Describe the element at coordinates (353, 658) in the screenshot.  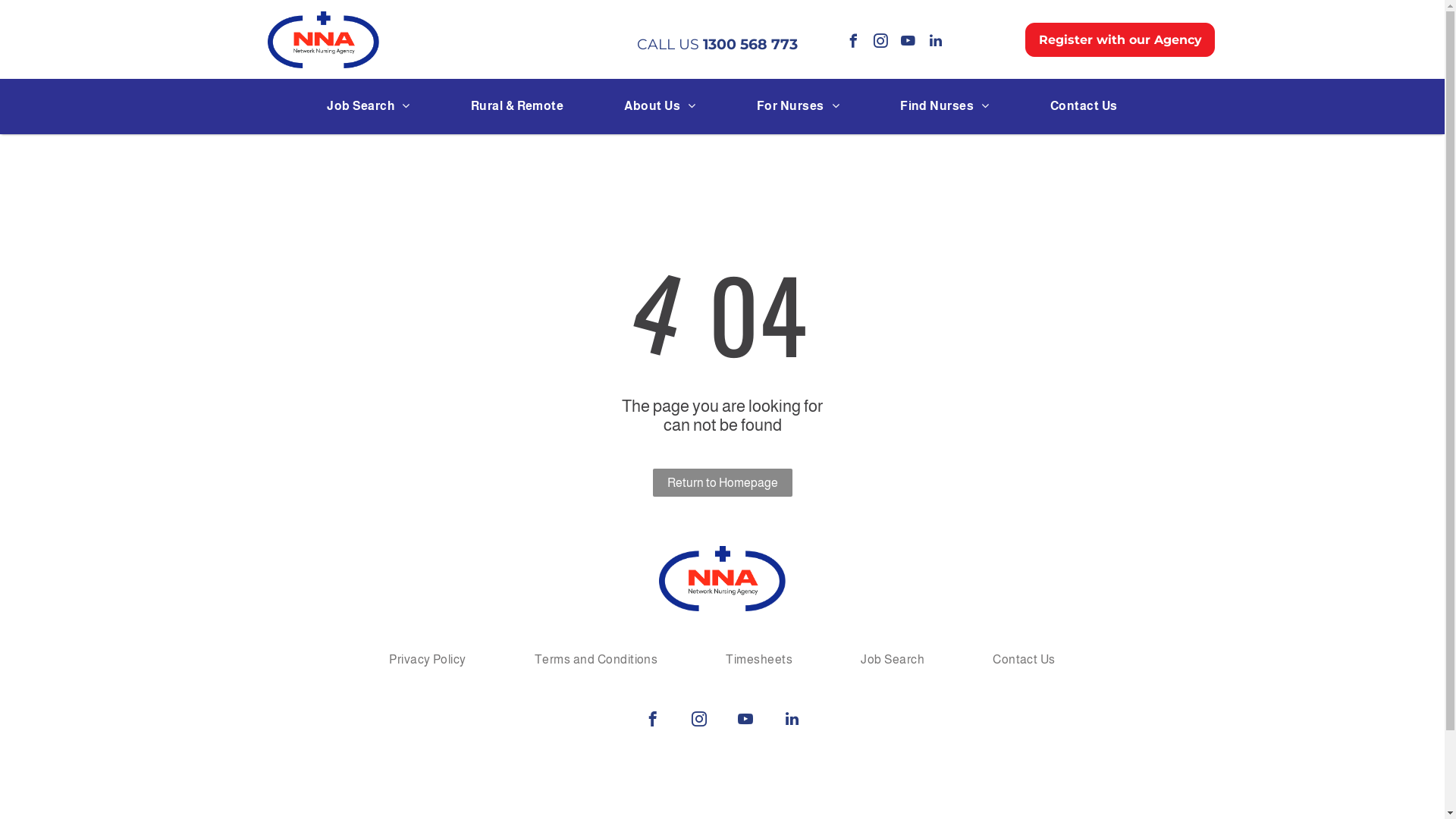
I see `'Privacy Policy'` at that location.